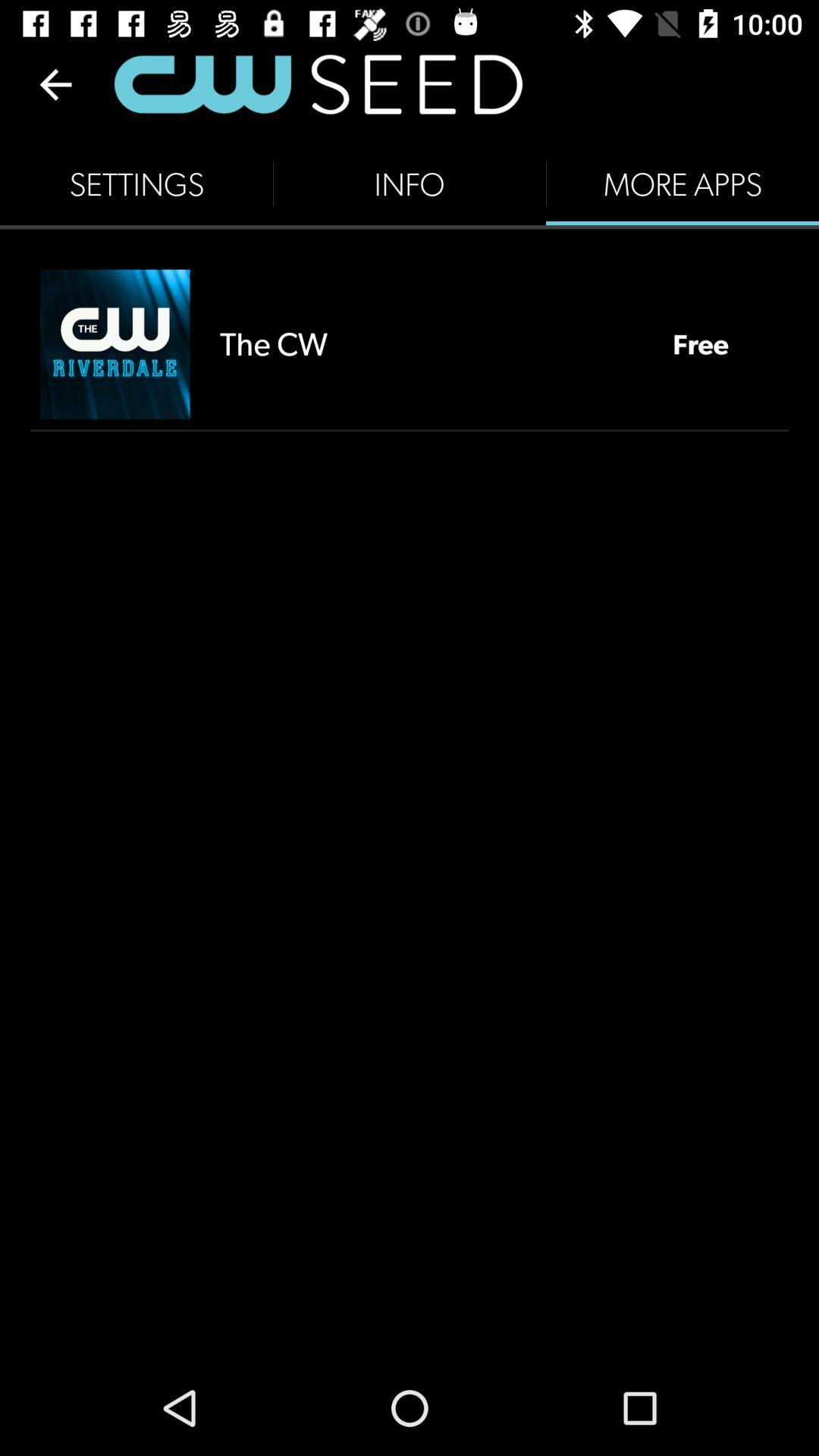 The width and height of the screenshot is (819, 1456). What do you see at coordinates (681, 184) in the screenshot?
I see `more apps item` at bounding box center [681, 184].